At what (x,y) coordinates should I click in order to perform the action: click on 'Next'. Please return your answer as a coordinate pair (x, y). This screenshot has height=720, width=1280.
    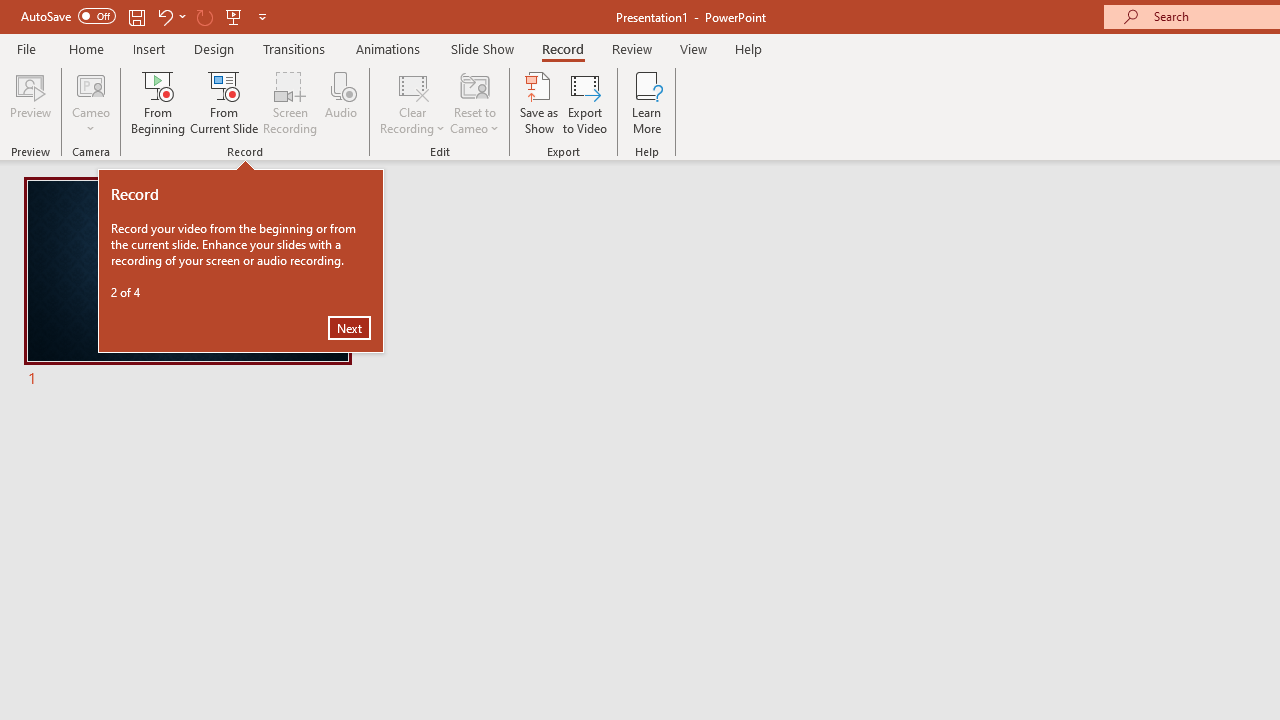
    Looking at the image, I should click on (349, 326).